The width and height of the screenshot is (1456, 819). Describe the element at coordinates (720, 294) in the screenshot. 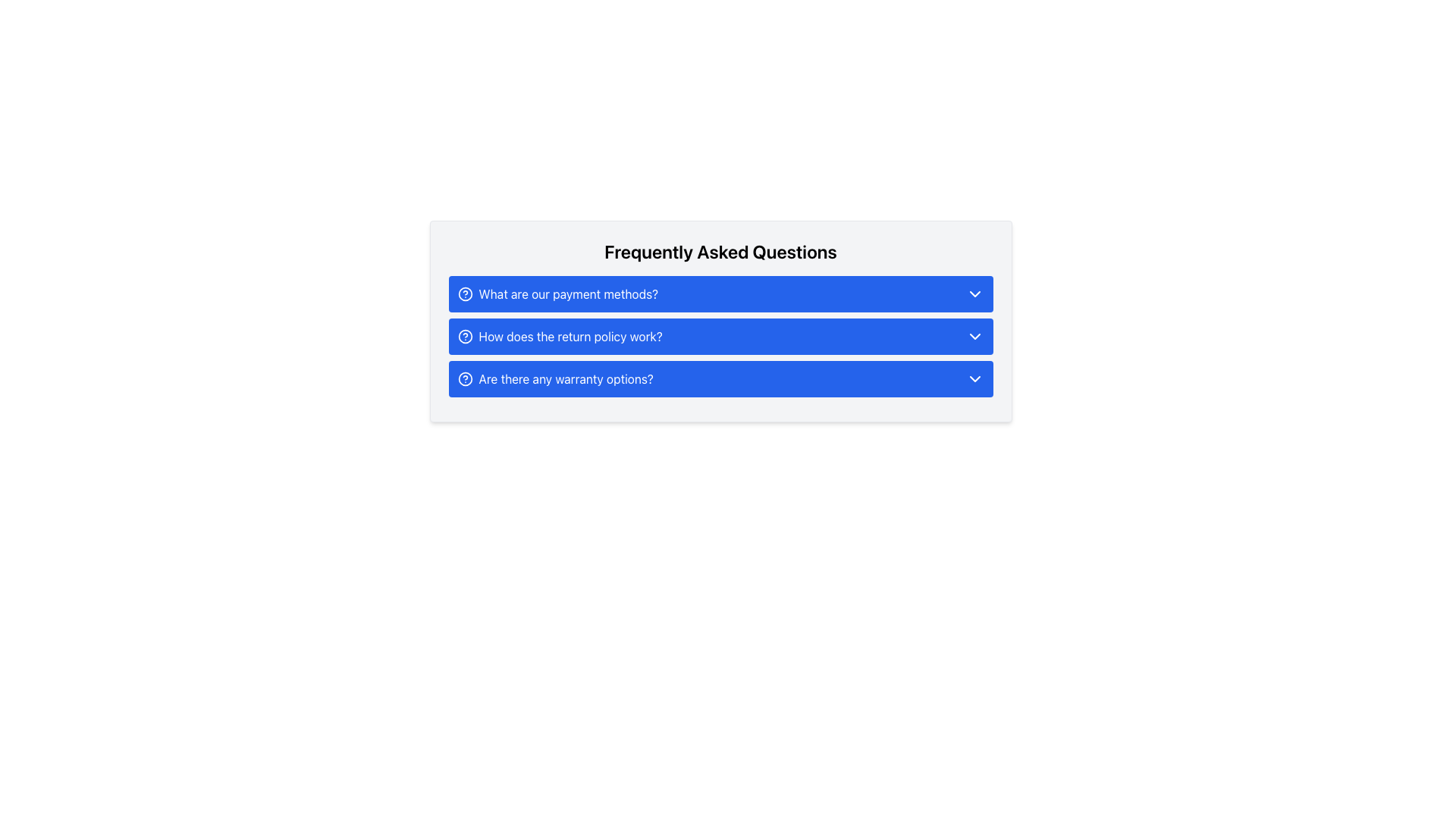

I see `the first collapsible FAQ item below the title 'Frequently Asked Questions'` at that location.